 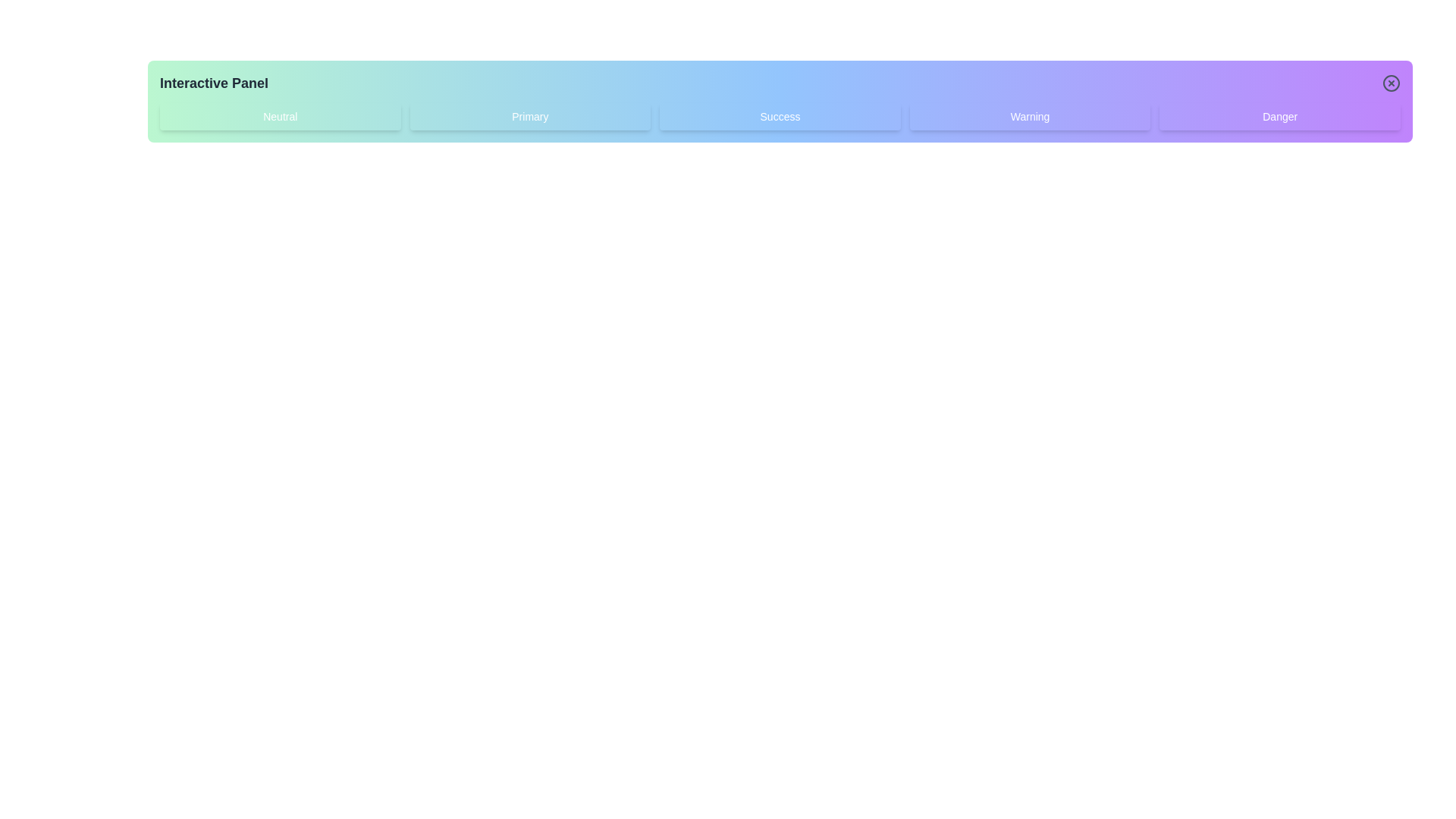 I want to click on the 'Success' button, which is the third button in a group of five horizontally aligned buttons, so click(x=780, y=116).